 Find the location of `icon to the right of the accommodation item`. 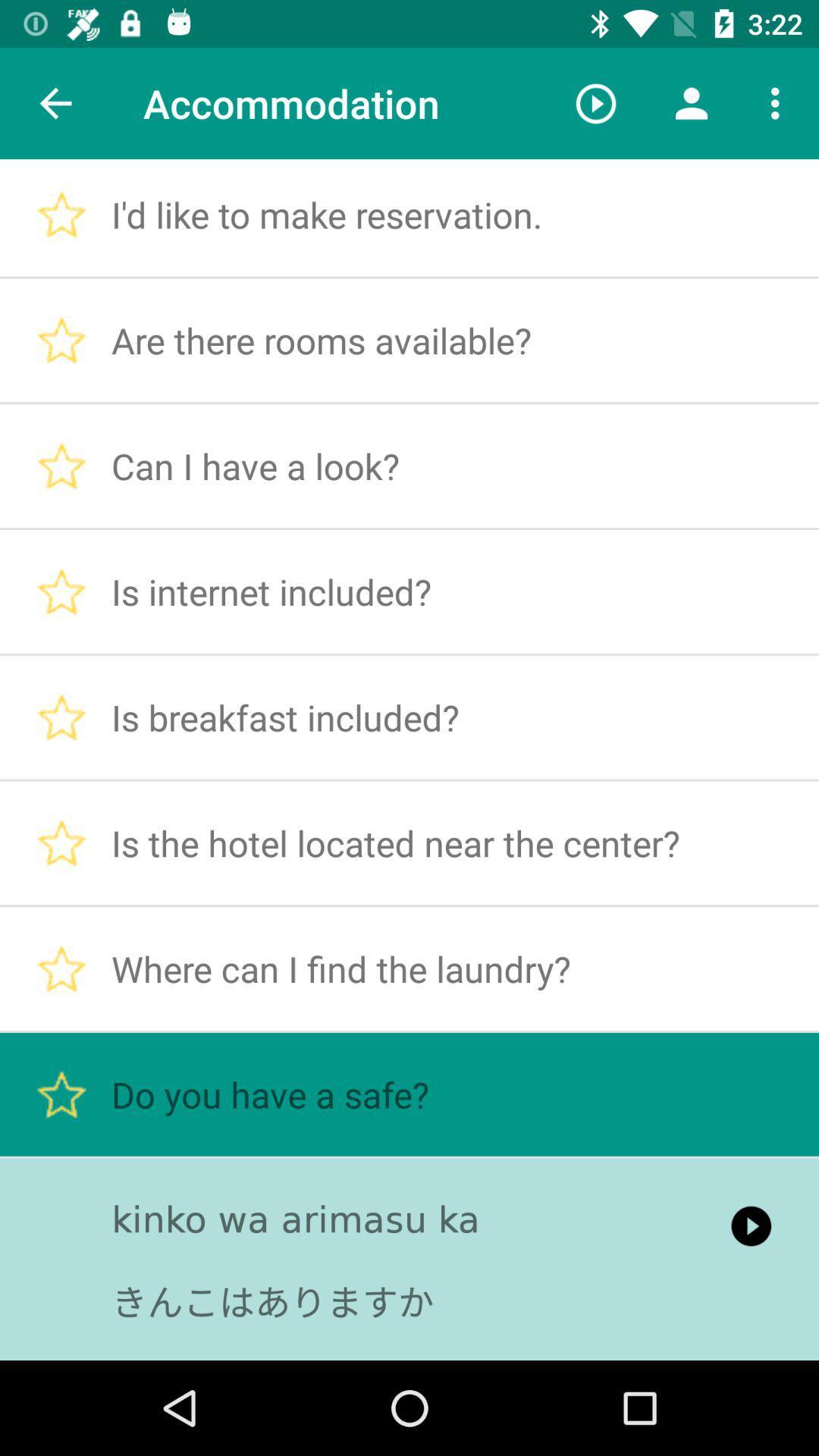

icon to the right of the accommodation item is located at coordinates (595, 102).